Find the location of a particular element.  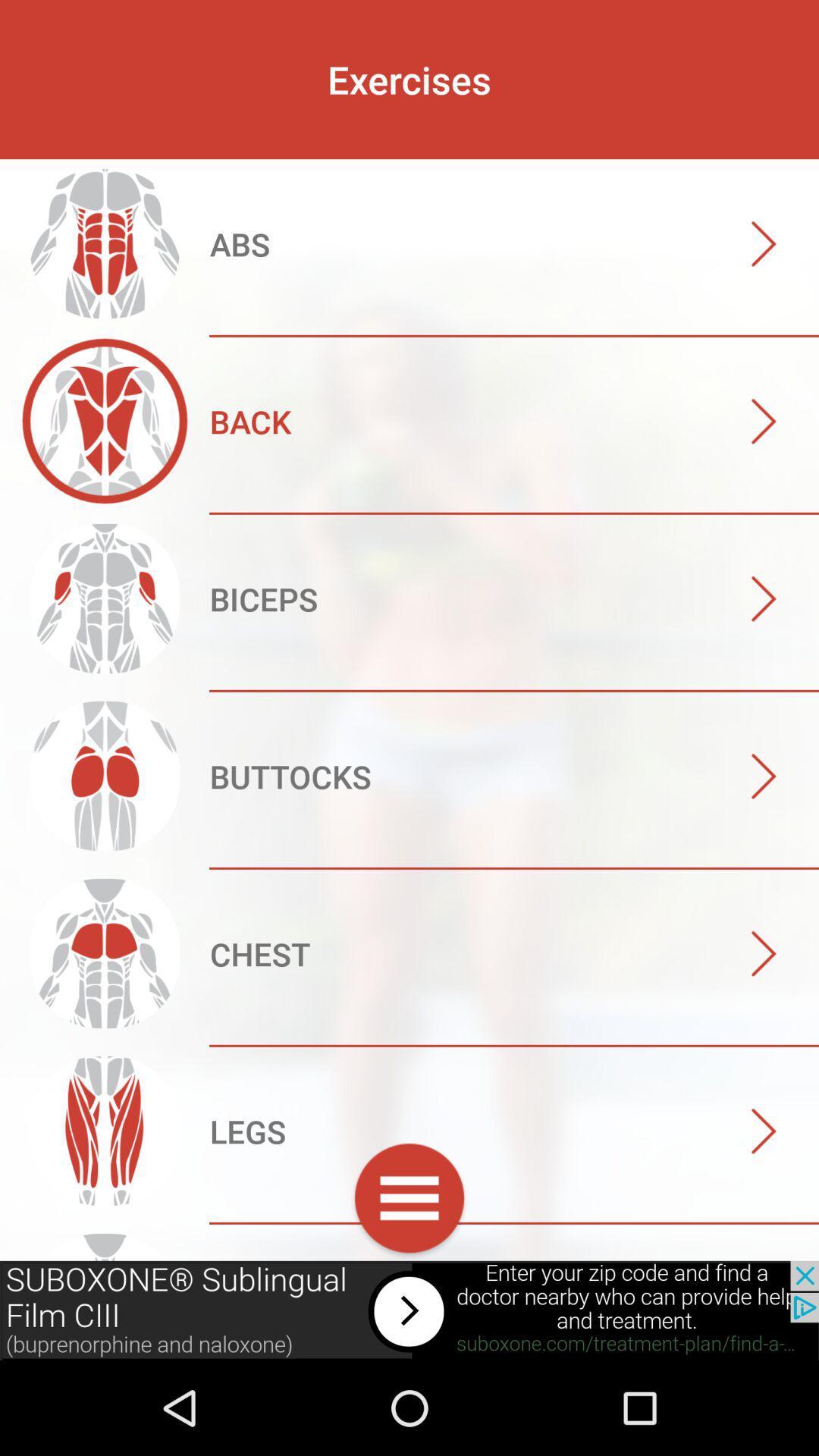

click menu option is located at coordinates (409, 1200).